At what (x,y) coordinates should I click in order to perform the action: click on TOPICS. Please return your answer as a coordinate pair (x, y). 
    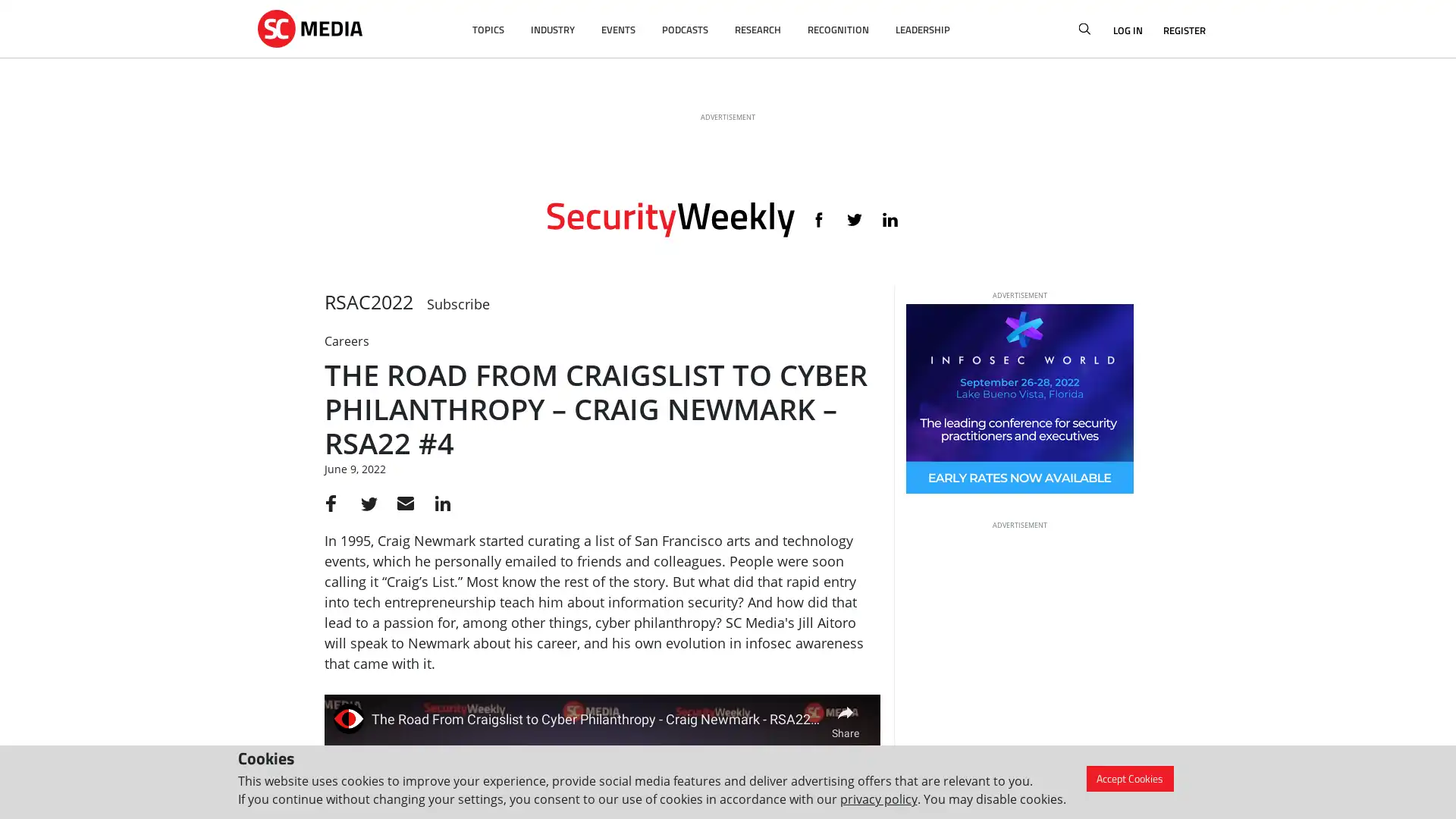
    Looking at the image, I should click on (488, 30).